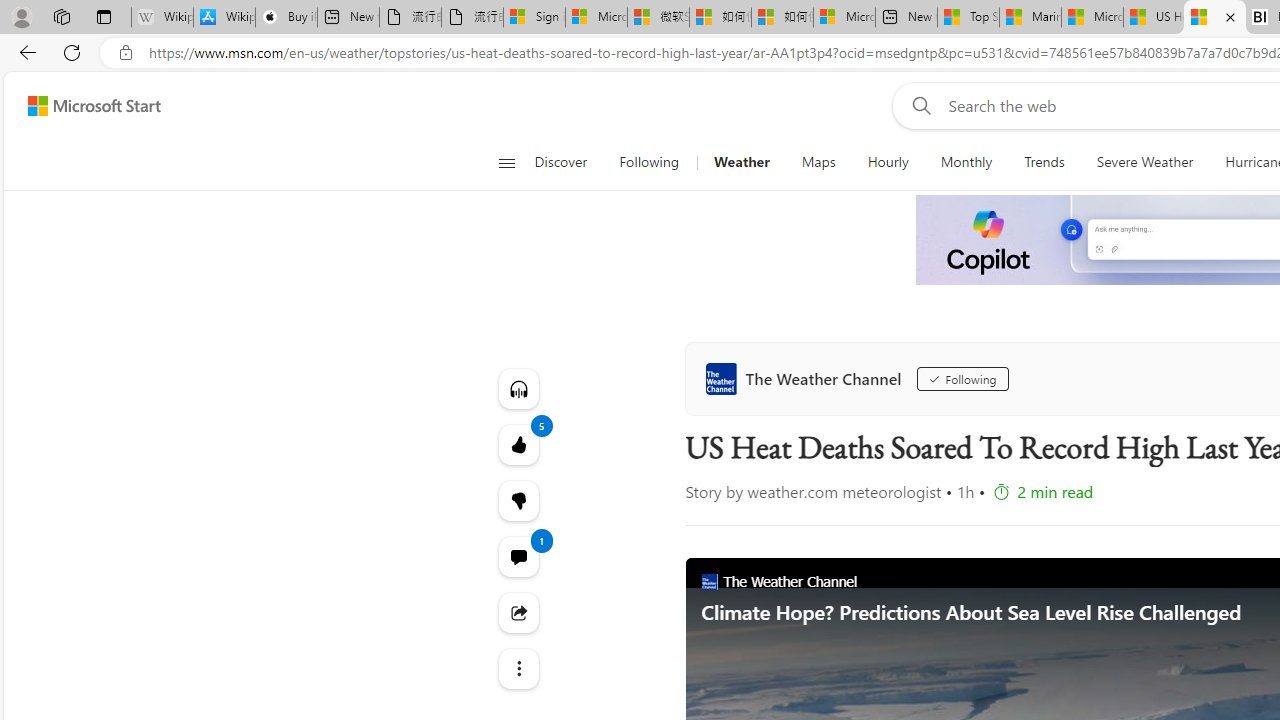 This screenshot has height=720, width=1280. Describe the element at coordinates (887, 162) in the screenshot. I see `'Hourly'` at that location.